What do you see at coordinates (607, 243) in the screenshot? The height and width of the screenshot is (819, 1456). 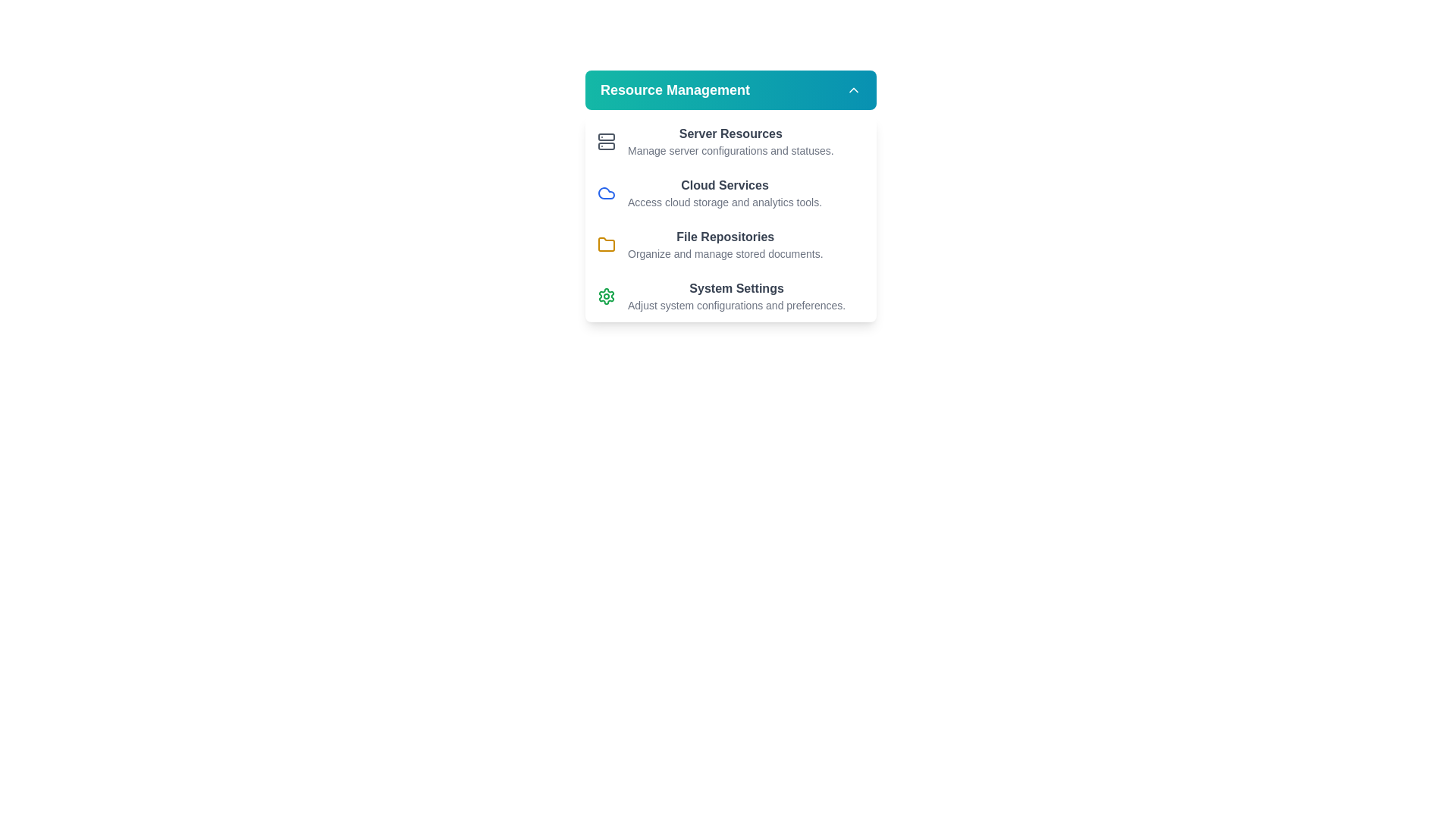 I see `the yellow folder icon located to the left of the 'File Repositories' label in the 'Resource Management' menu` at bounding box center [607, 243].